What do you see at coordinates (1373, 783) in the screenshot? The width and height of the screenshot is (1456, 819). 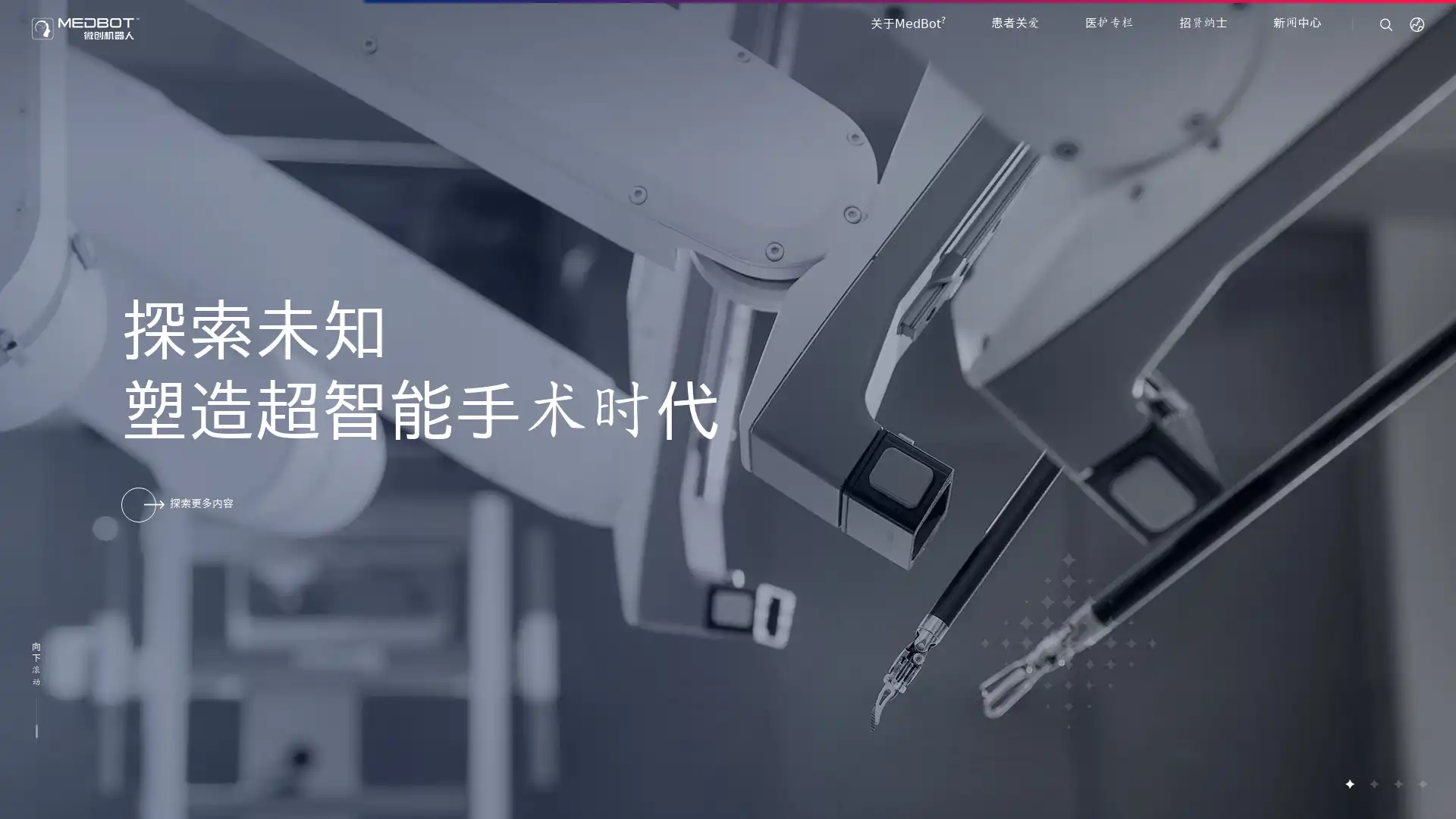 I see `Go to slide 2` at bounding box center [1373, 783].